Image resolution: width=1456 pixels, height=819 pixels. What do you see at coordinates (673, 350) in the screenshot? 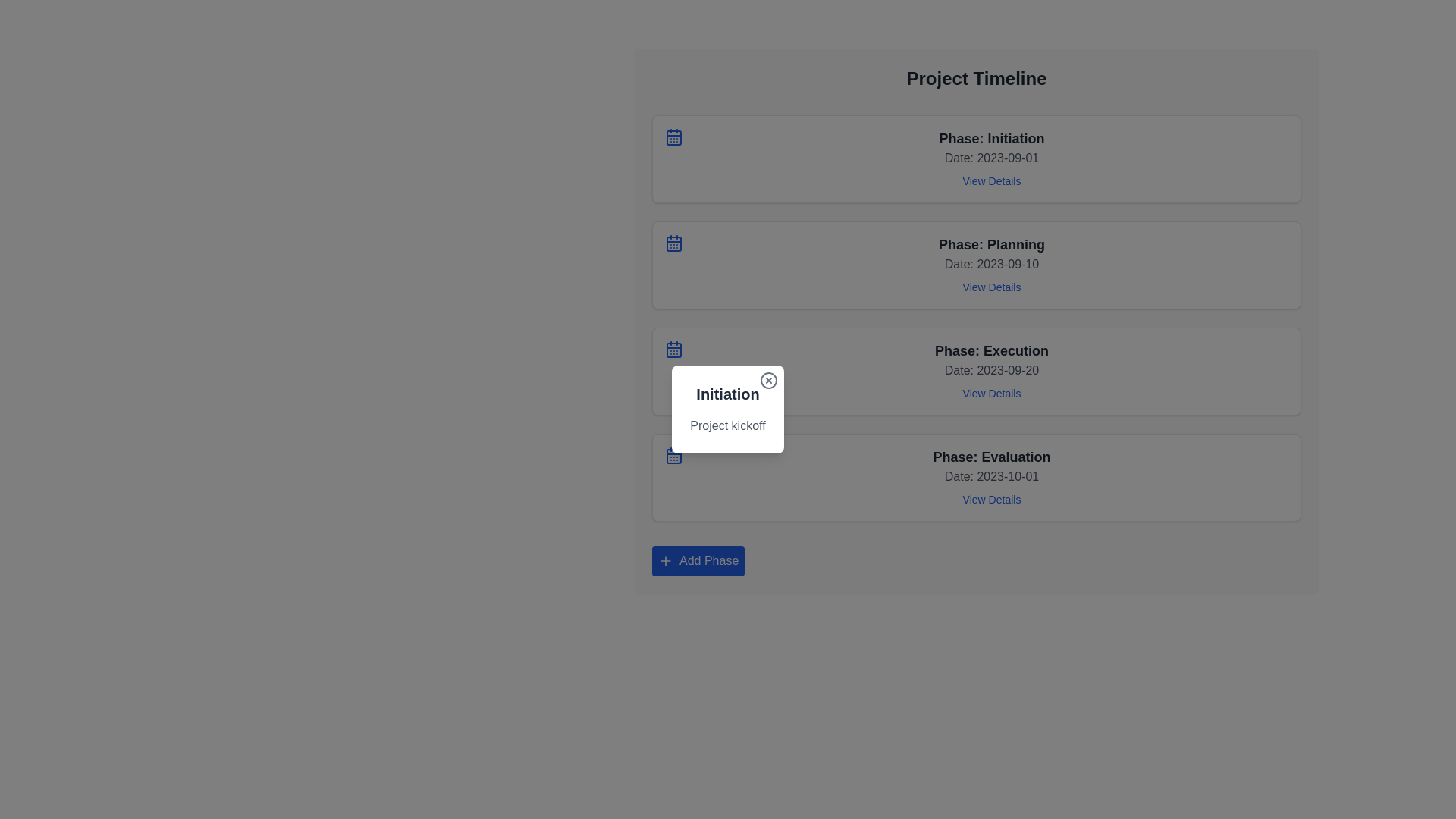
I see `the rounded rectangle decorative graphical component embedded within the calendar icon to the left of the 'Phase: Execution' section` at bounding box center [673, 350].